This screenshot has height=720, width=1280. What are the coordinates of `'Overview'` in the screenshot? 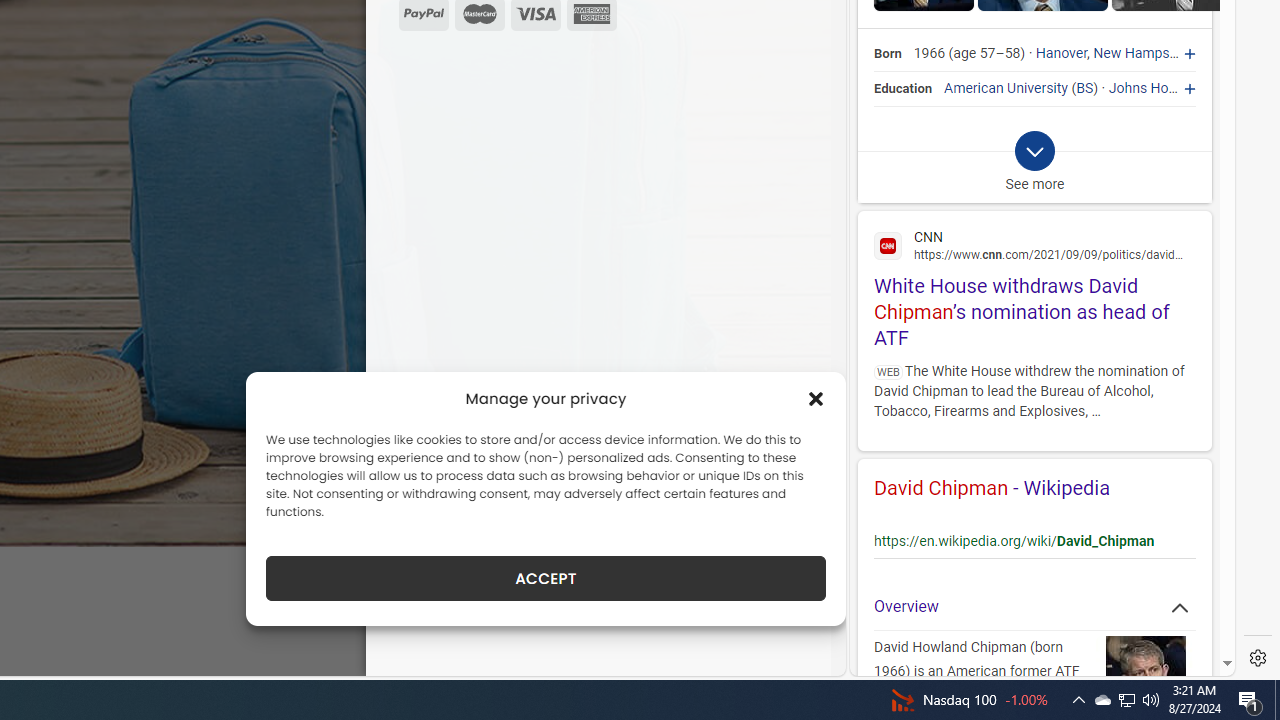 It's located at (1034, 606).